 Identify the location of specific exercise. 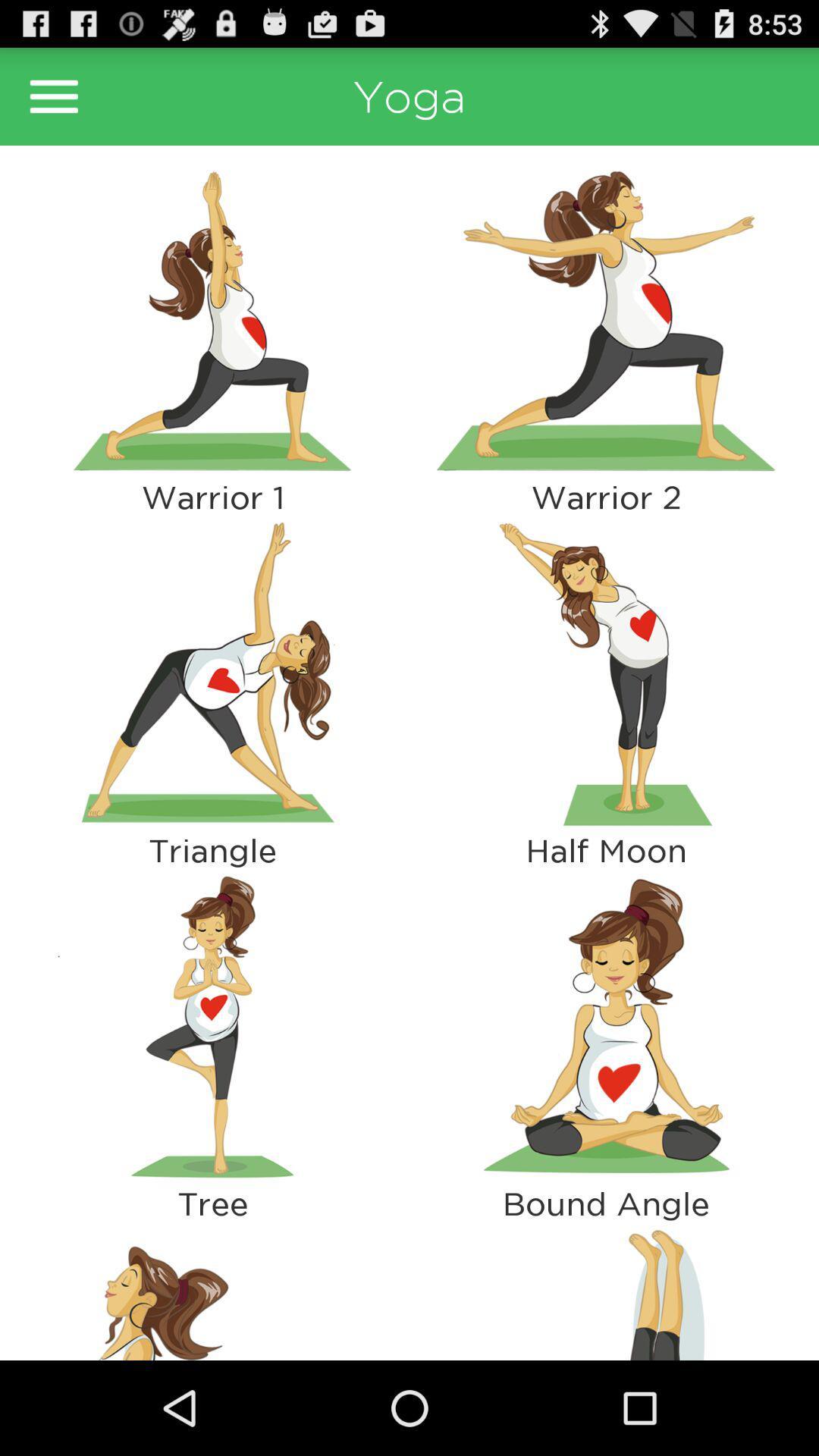
(605, 319).